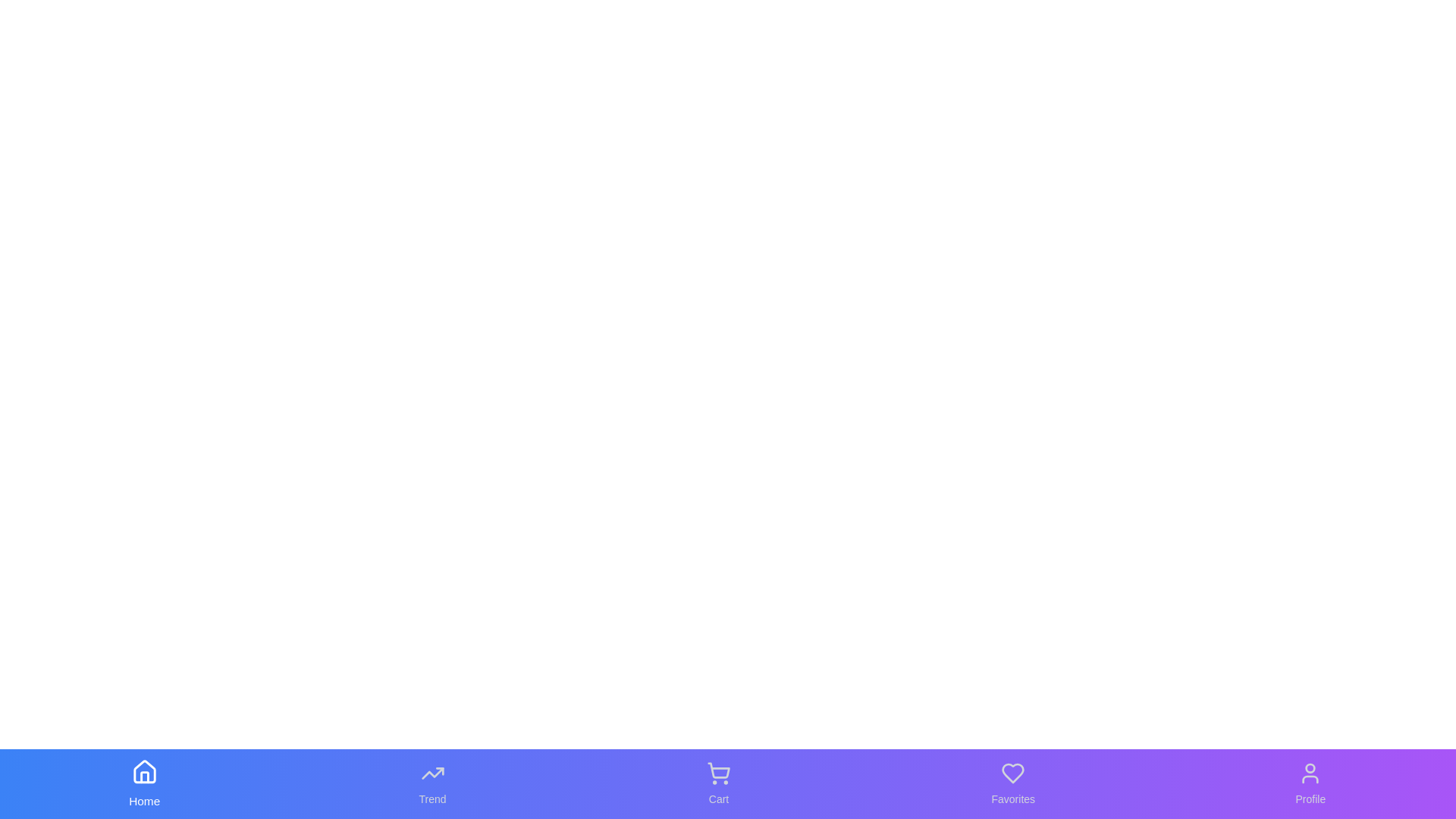 Image resolution: width=1456 pixels, height=819 pixels. Describe the element at coordinates (718, 783) in the screenshot. I see `the Cart tab in the bottom navigation bar` at that location.